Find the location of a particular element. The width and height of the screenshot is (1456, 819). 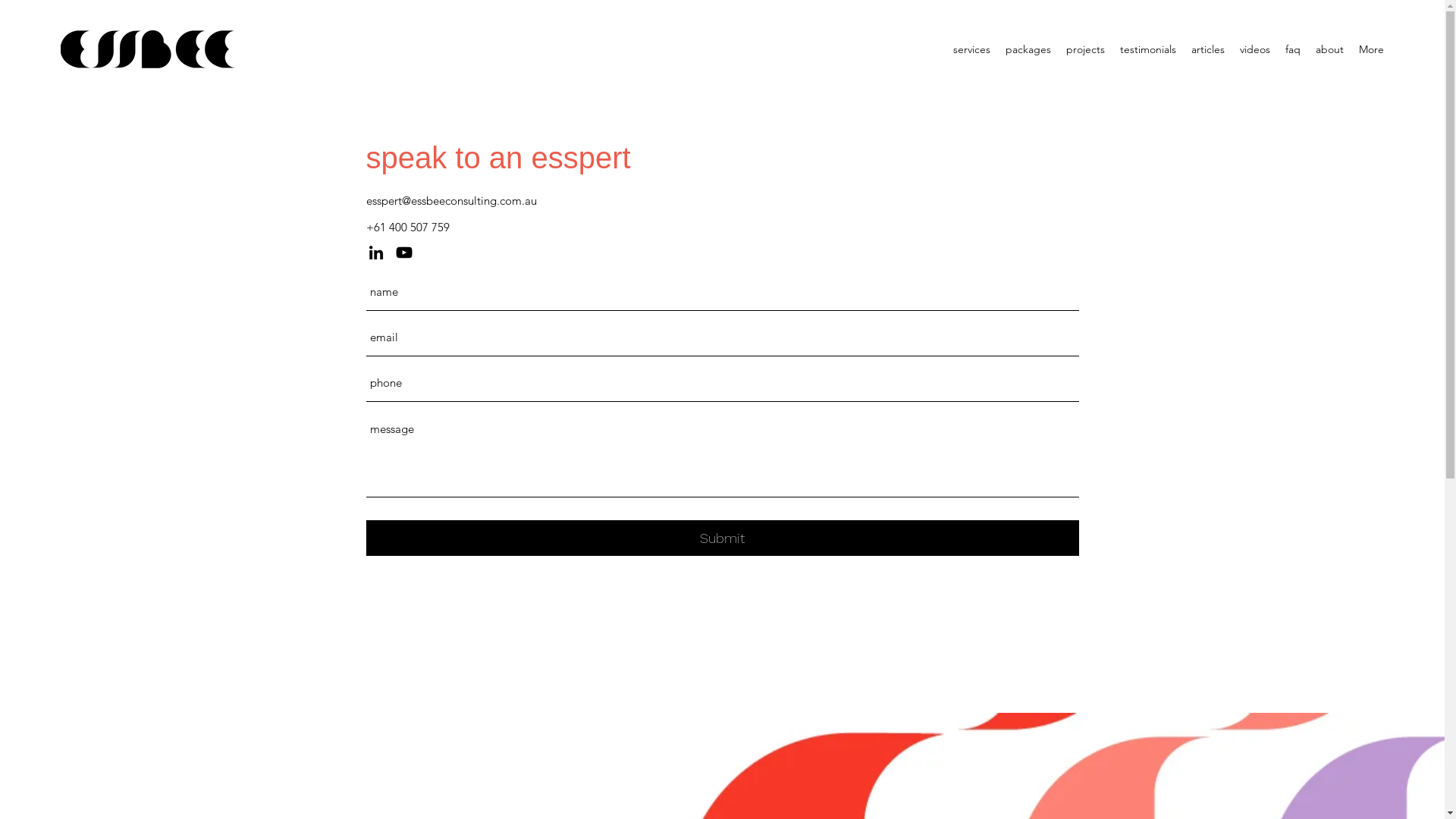

'packages' is located at coordinates (1028, 49).